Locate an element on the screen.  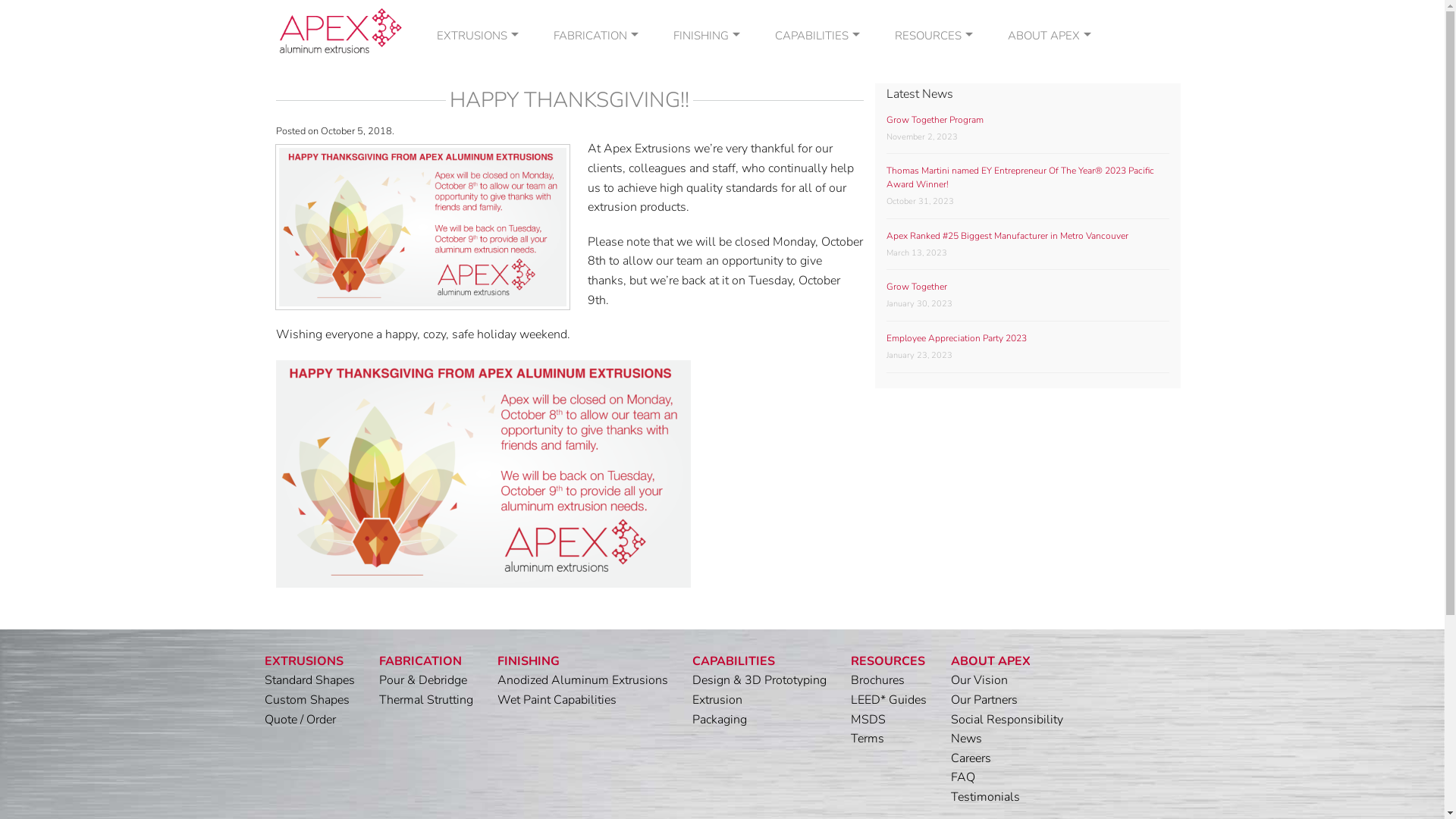
'Pour & Debridge' is located at coordinates (422, 679).